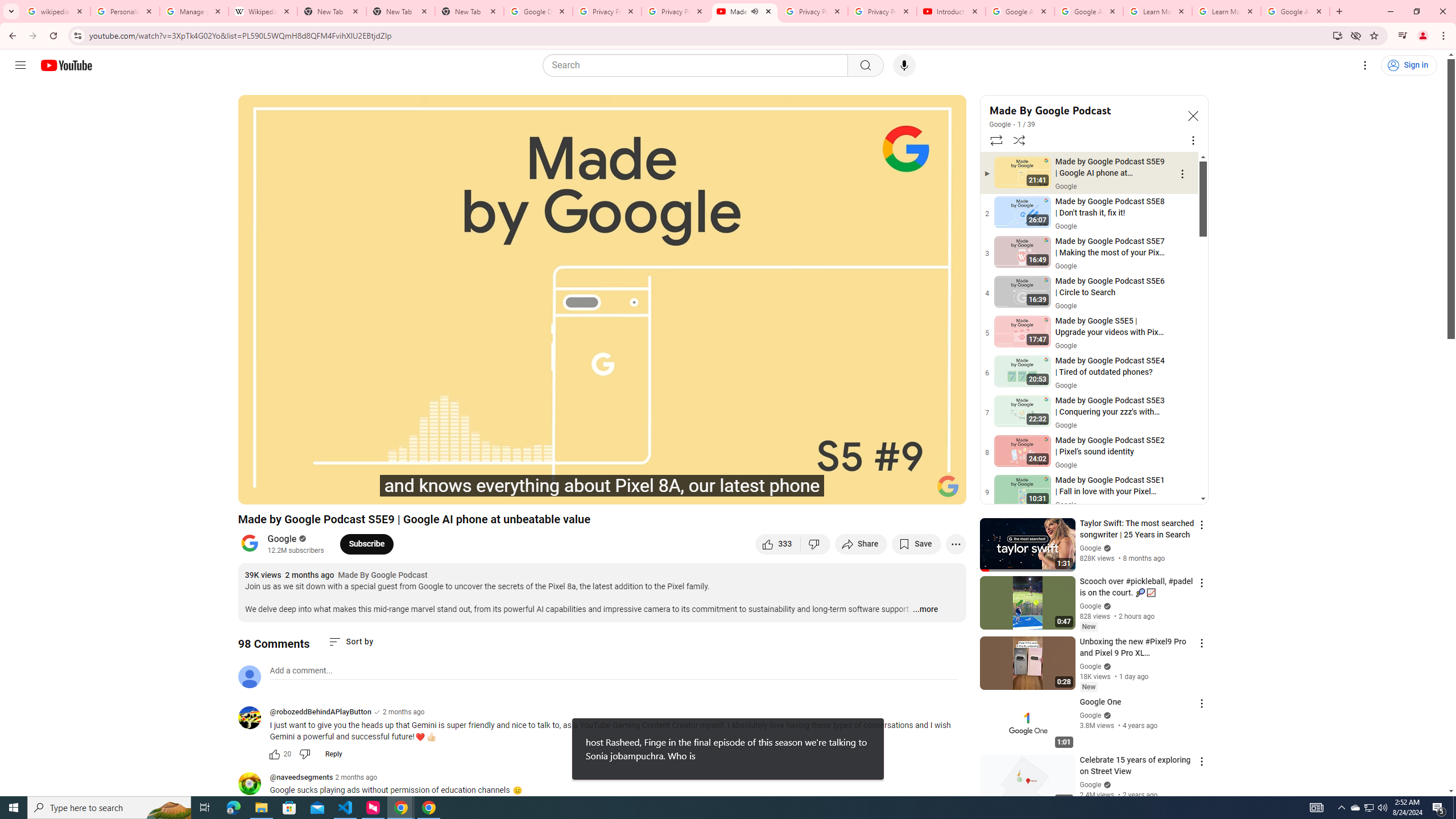 The width and height of the screenshot is (1456, 819). Describe the element at coordinates (995, 139) in the screenshot. I see `'Loop playlist'` at that location.